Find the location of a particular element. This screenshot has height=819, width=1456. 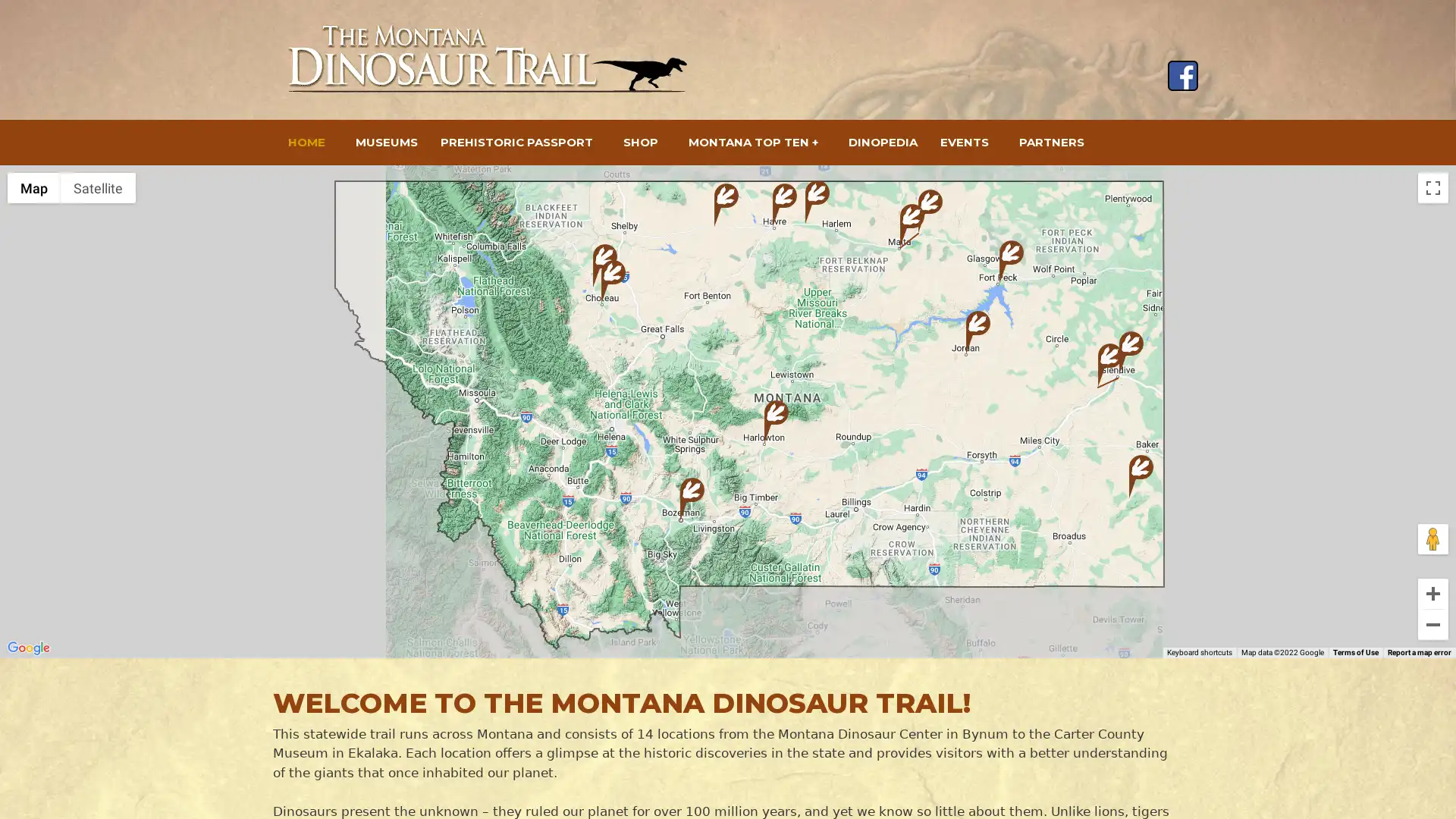

Keyboard shortcuts is located at coordinates (1199, 651).